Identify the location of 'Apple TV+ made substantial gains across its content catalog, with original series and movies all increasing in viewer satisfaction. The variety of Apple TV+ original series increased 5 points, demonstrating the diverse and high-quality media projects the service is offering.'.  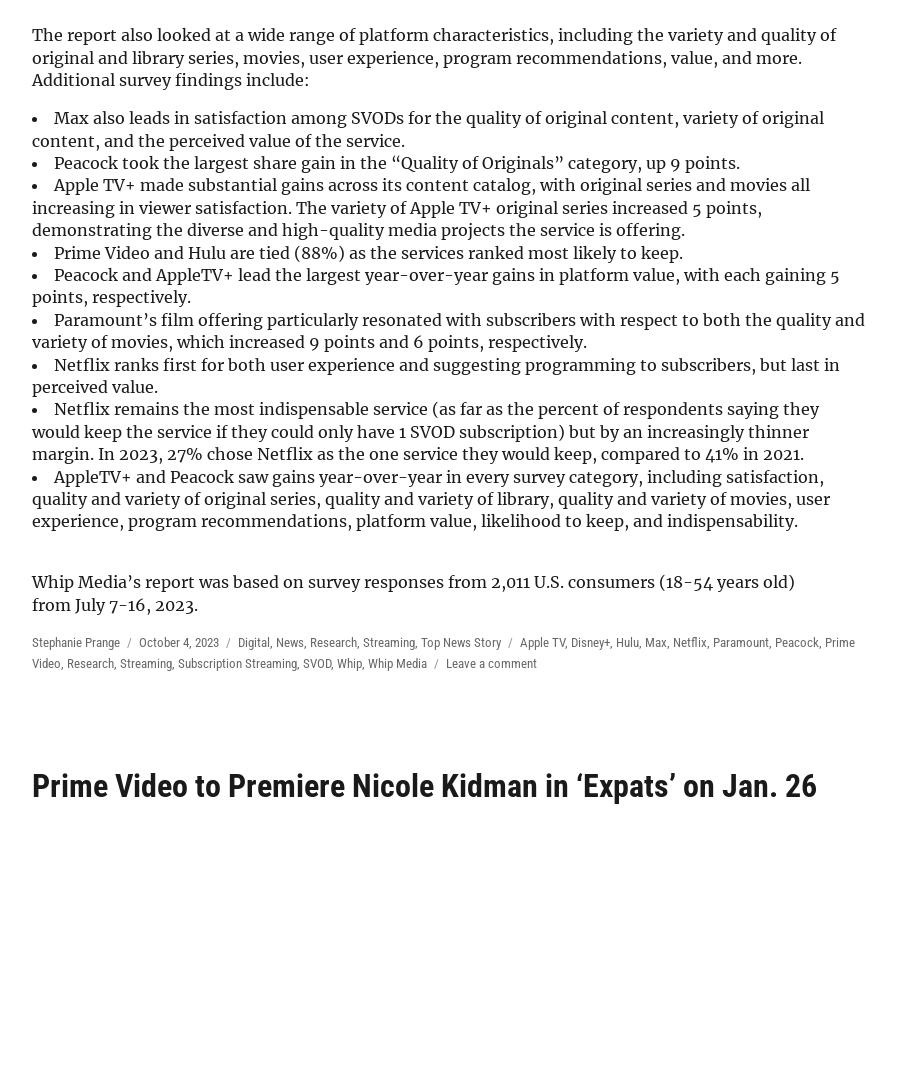
(421, 206).